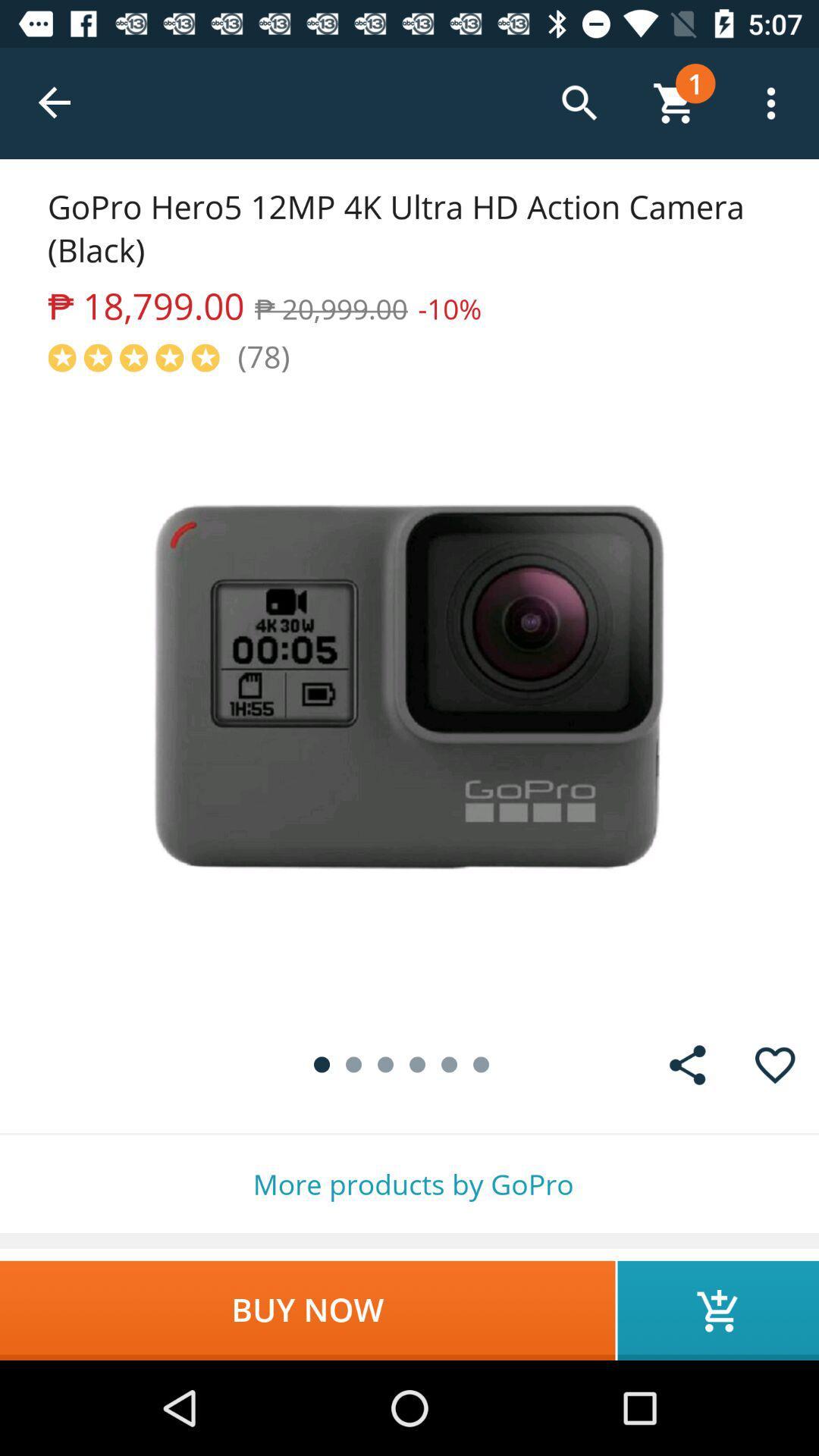  Describe the element at coordinates (409, 698) in the screenshot. I see `zoom in on image` at that location.